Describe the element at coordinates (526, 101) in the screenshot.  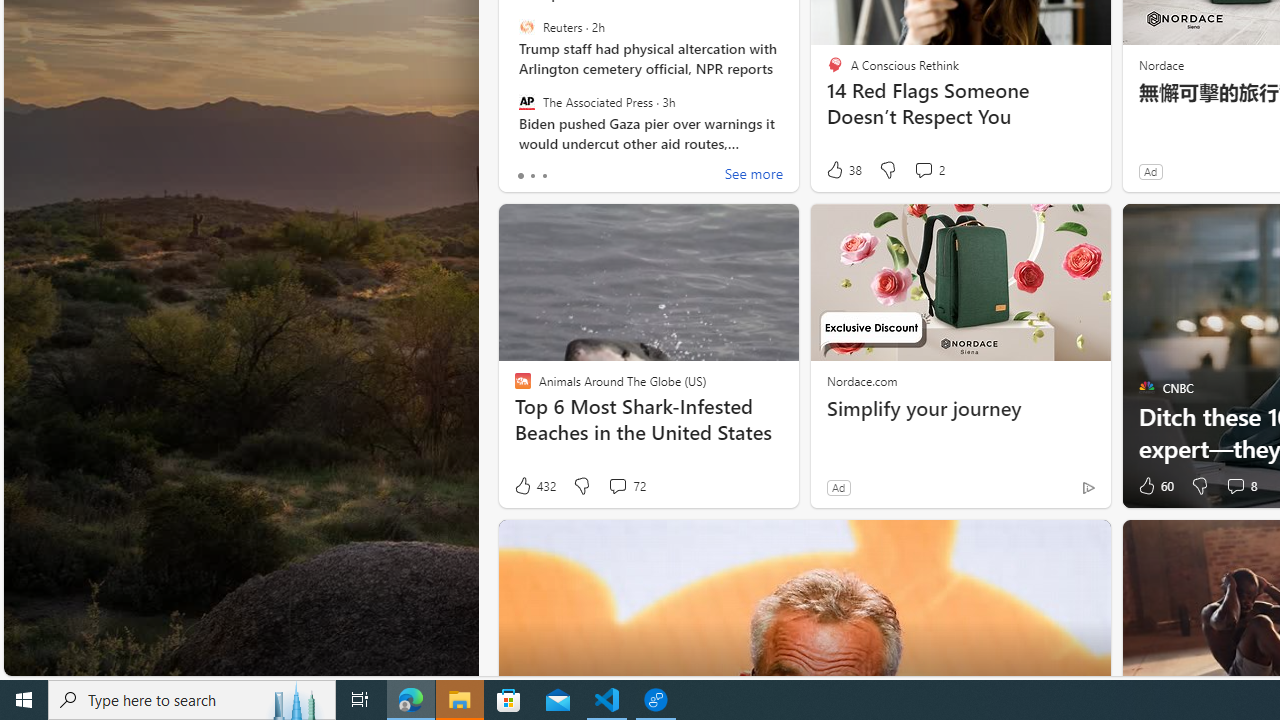
I see `'The Associated Press'` at that location.